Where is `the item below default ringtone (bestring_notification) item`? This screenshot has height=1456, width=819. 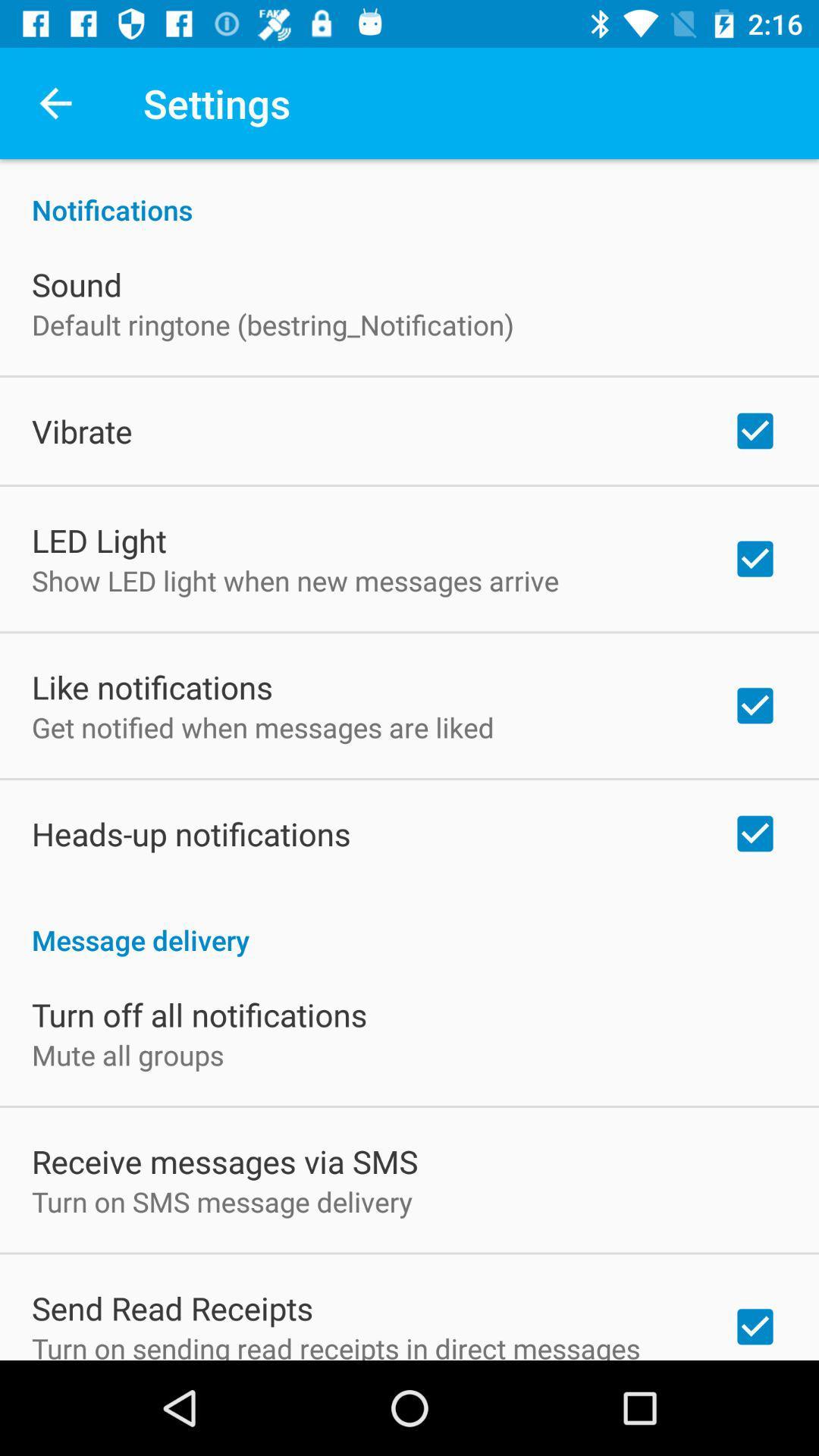
the item below default ringtone (bestring_notification) item is located at coordinates (82, 430).